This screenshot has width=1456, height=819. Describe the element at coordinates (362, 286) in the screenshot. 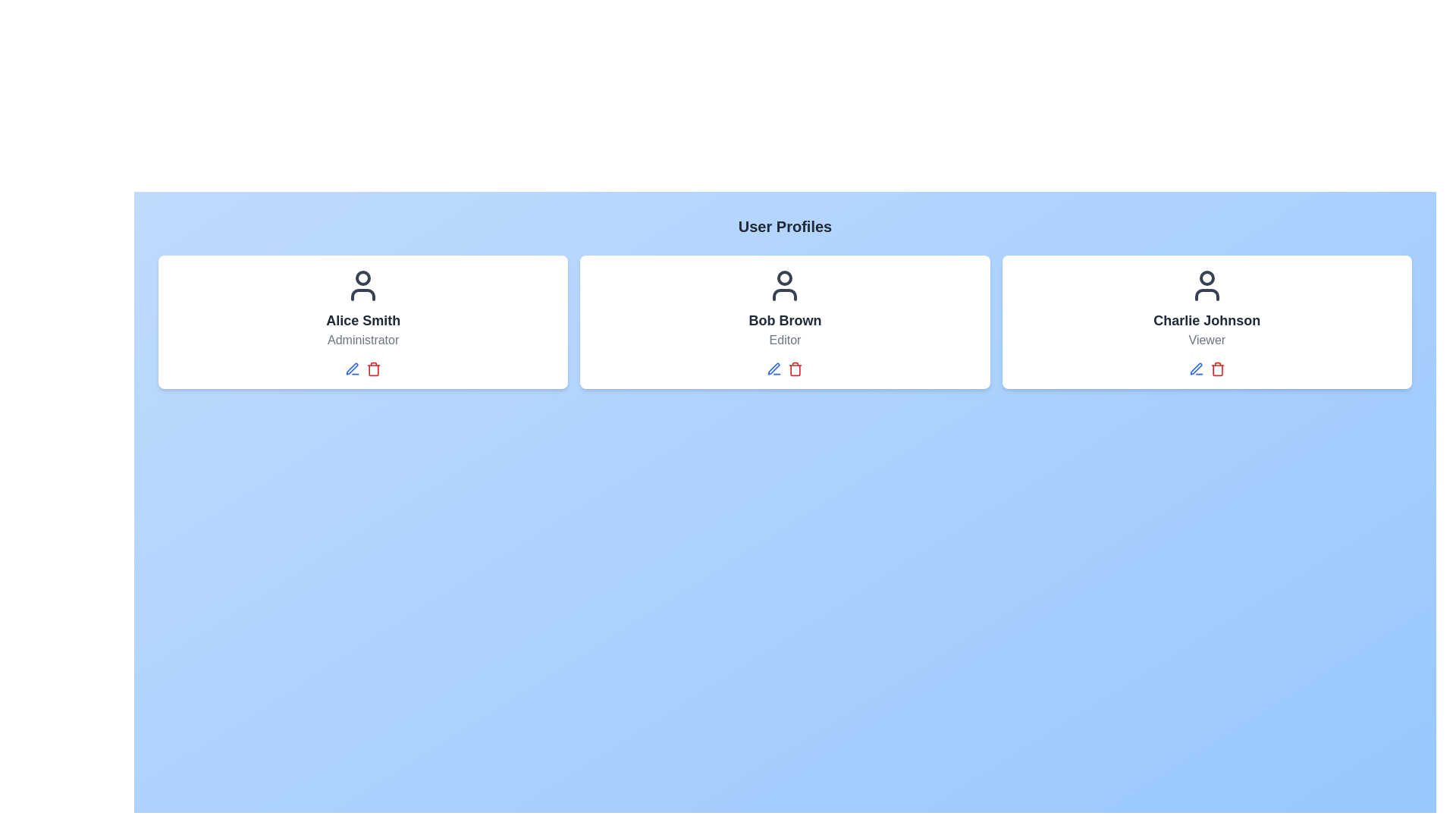

I see `the user silhouette SVG icon located at the upper center of the card for 'Alice Smith', which is styled in gray and positioned above the text labels 'Alice Smith' and 'Administrator'` at that location.